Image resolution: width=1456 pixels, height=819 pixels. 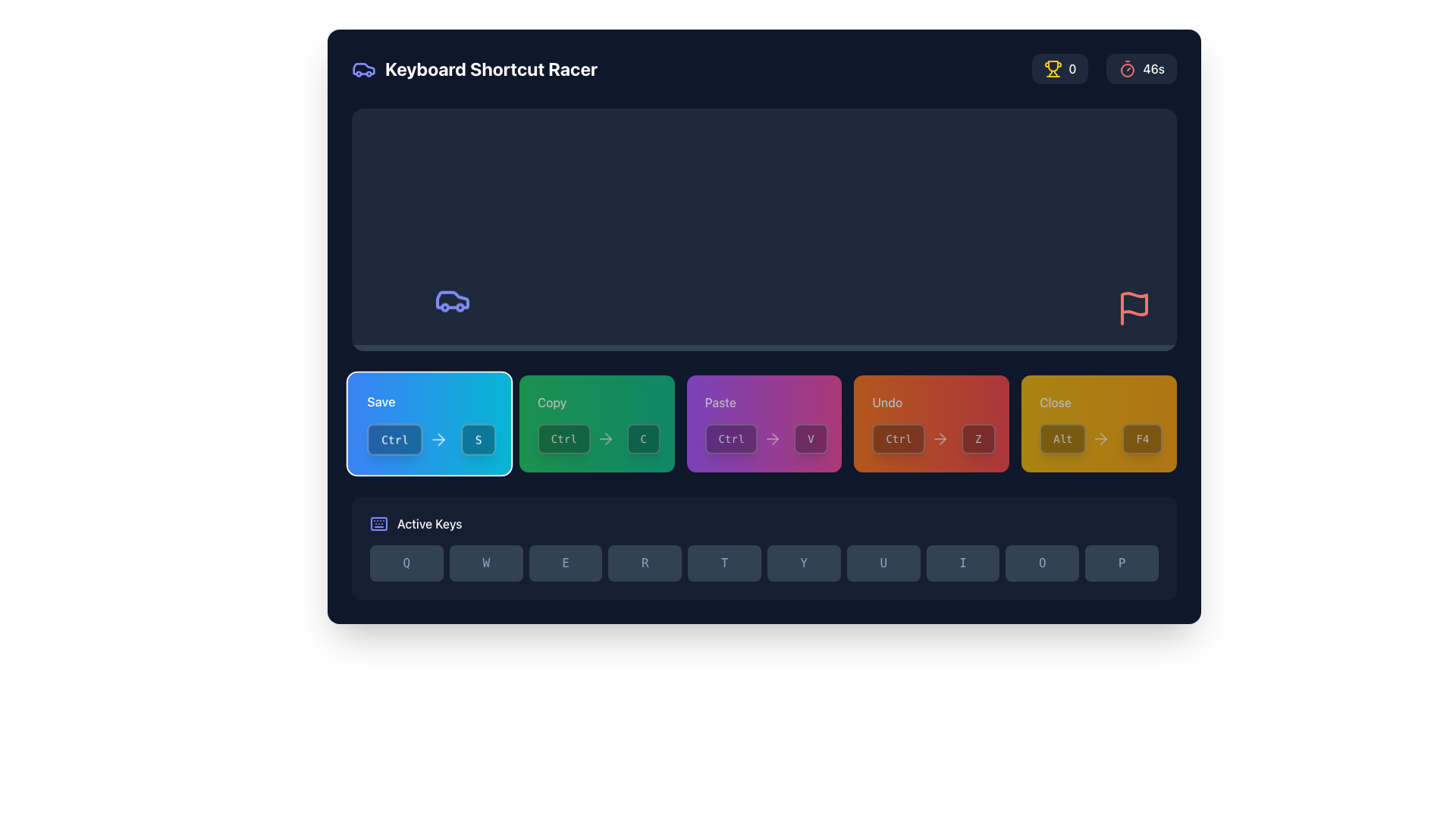 What do you see at coordinates (1072, 69) in the screenshot?
I see `the text label displaying '0' in white font, located in the top-right corner of the interface, next to a trophy icon and a timer` at bounding box center [1072, 69].